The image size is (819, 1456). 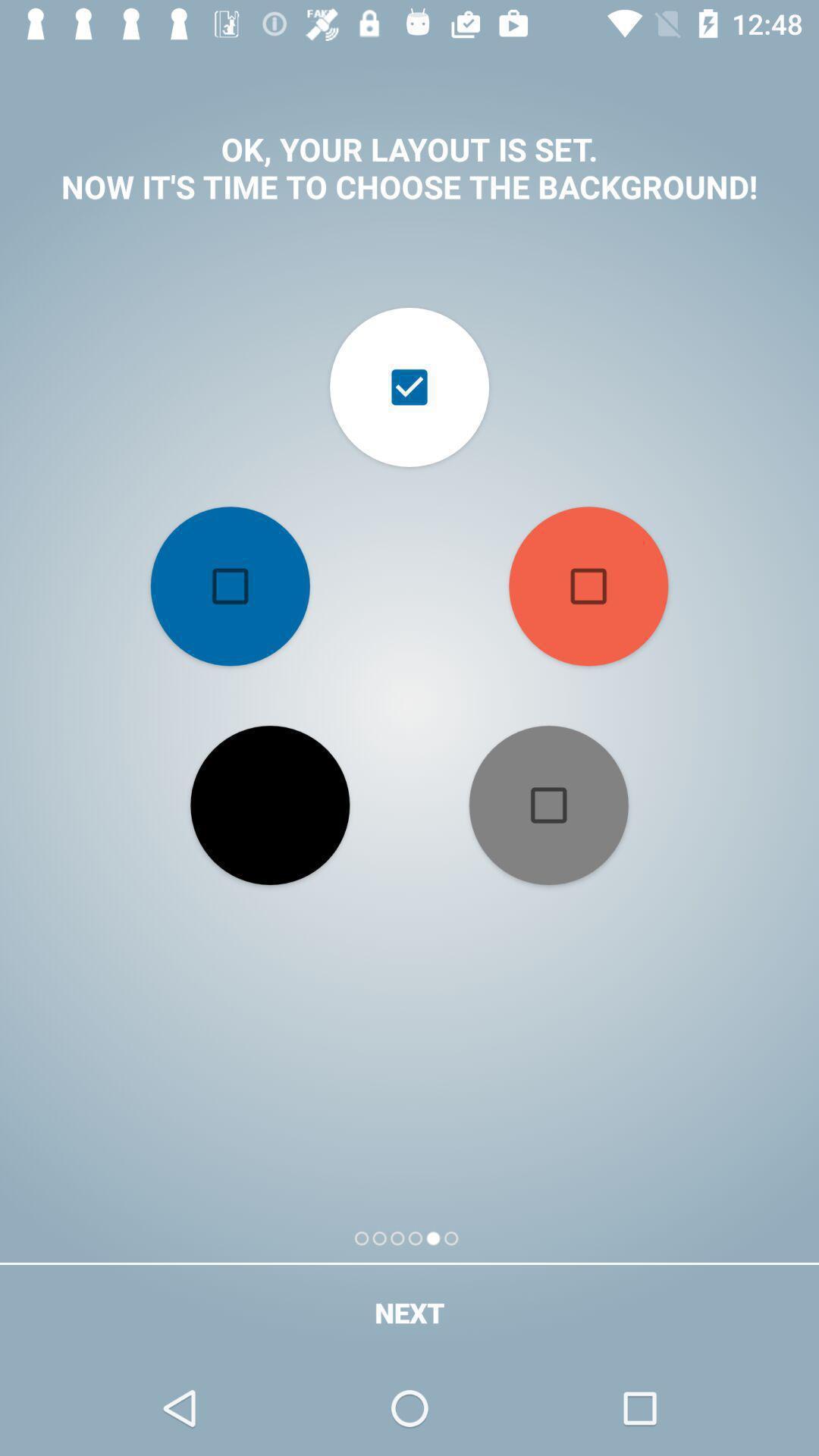 What do you see at coordinates (588, 585) in the screenshot?
I see `the item below ok your layout` at bounding box center [588, 585].